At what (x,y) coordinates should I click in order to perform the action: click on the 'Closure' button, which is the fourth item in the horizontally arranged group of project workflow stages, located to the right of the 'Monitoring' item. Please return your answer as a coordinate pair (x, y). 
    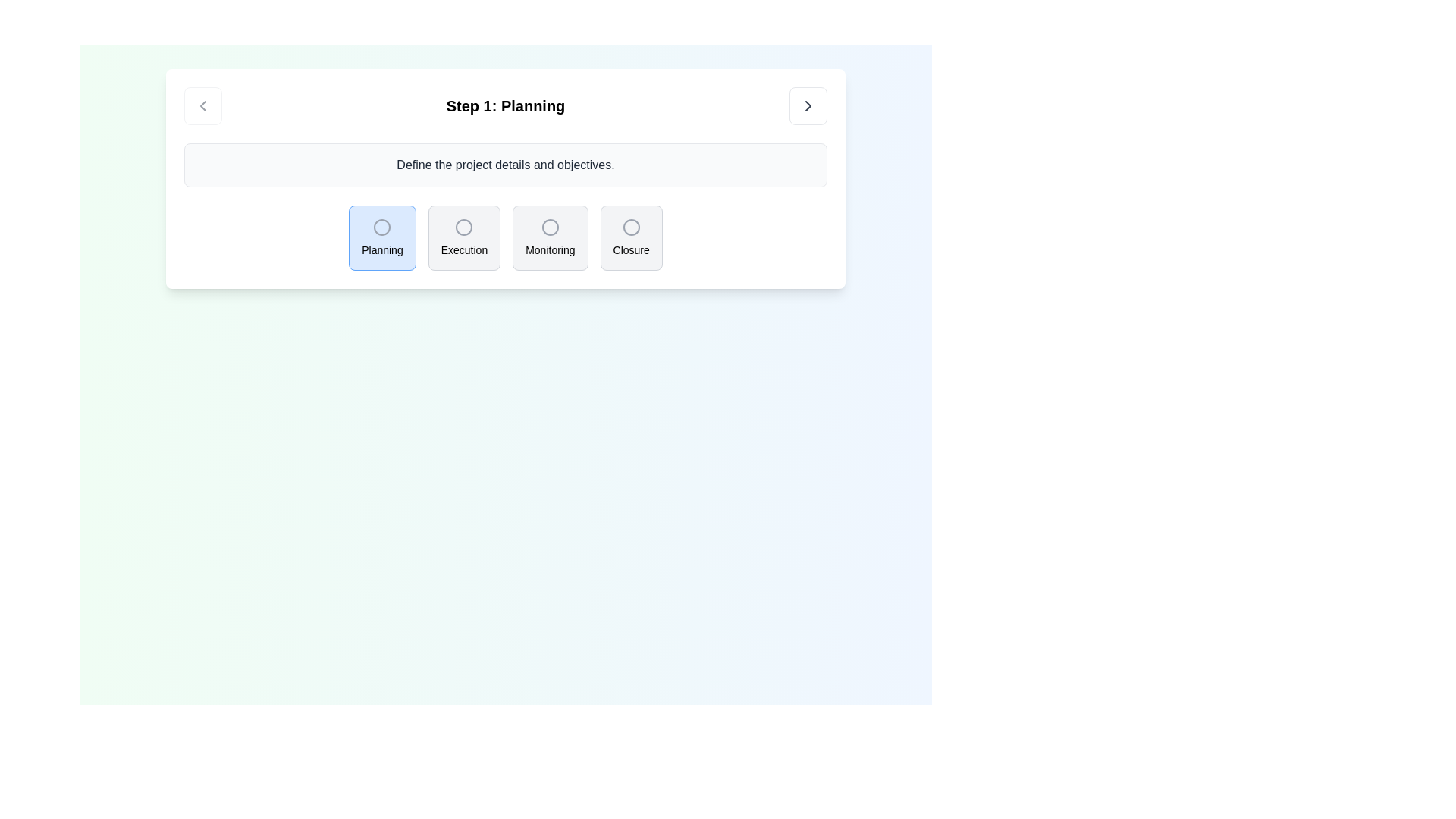
    Looking at the image, I should click on (631, 237).